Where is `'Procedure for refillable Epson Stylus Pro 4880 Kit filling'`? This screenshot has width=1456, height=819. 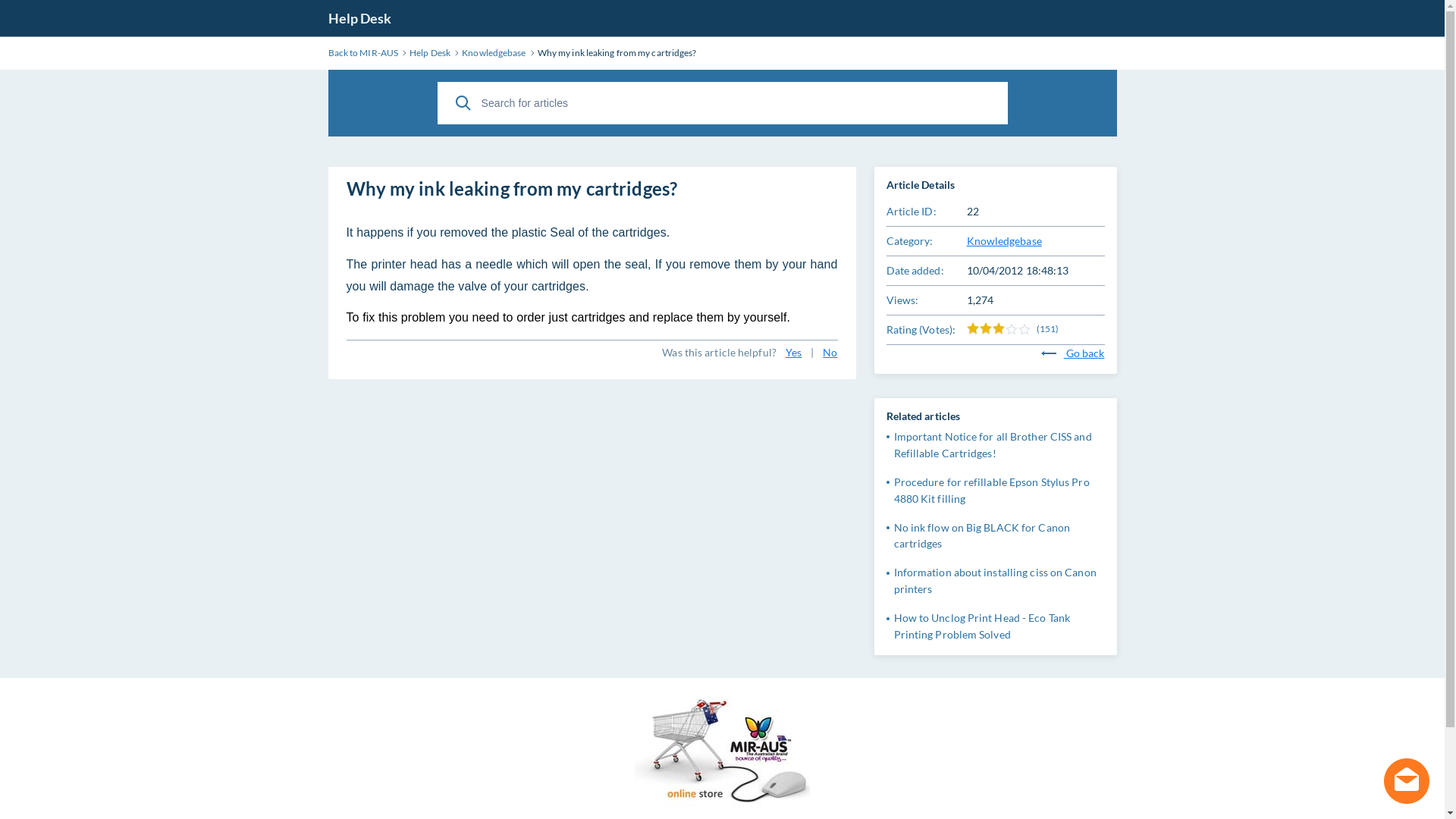
'Procedure for refillable Epson Stylus Pro 4880 Kit filling' is located at coordinates (990, 490).